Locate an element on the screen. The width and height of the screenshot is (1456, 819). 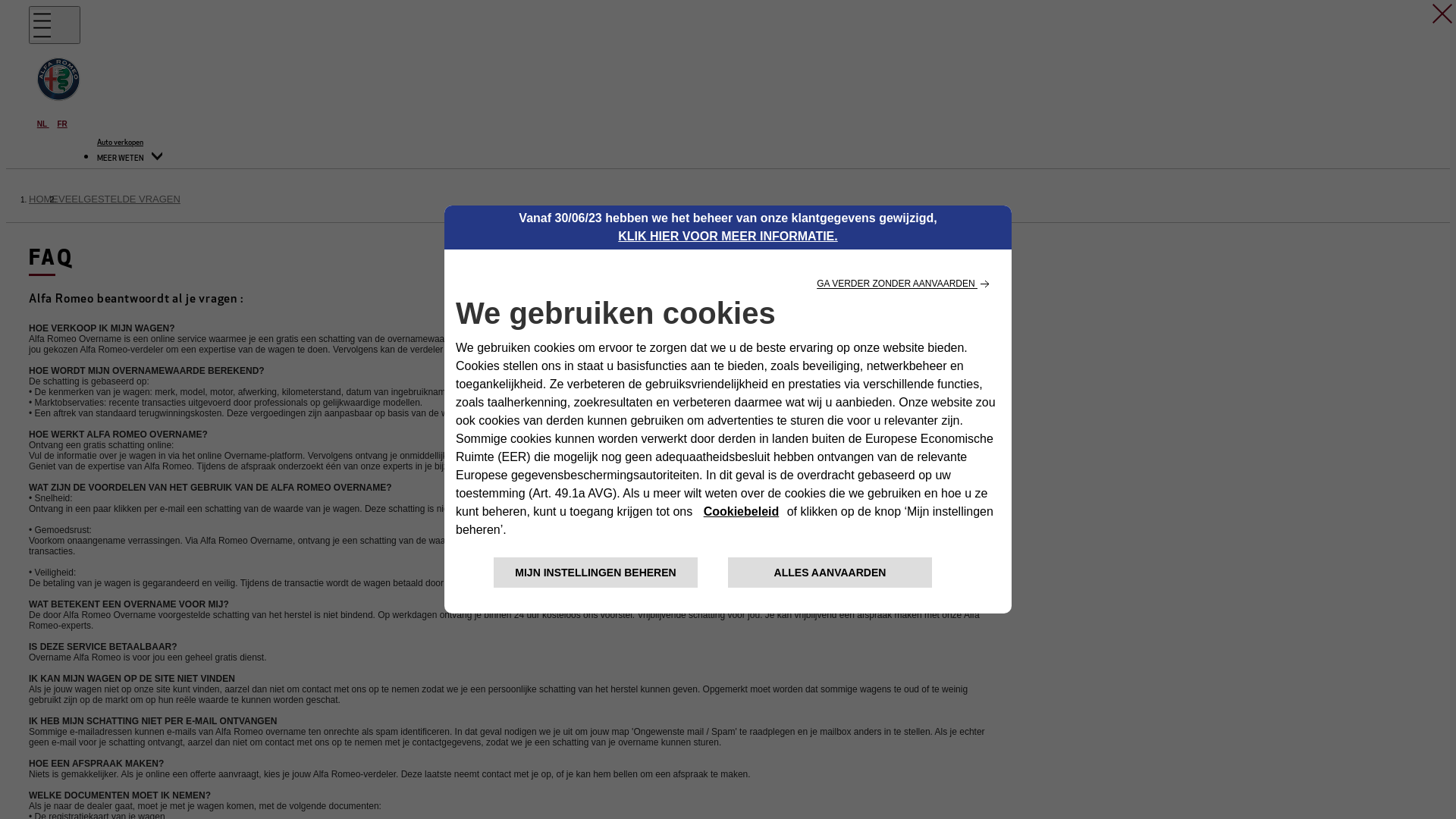
'MEER WETEN' is located at coordinates (130, 158).